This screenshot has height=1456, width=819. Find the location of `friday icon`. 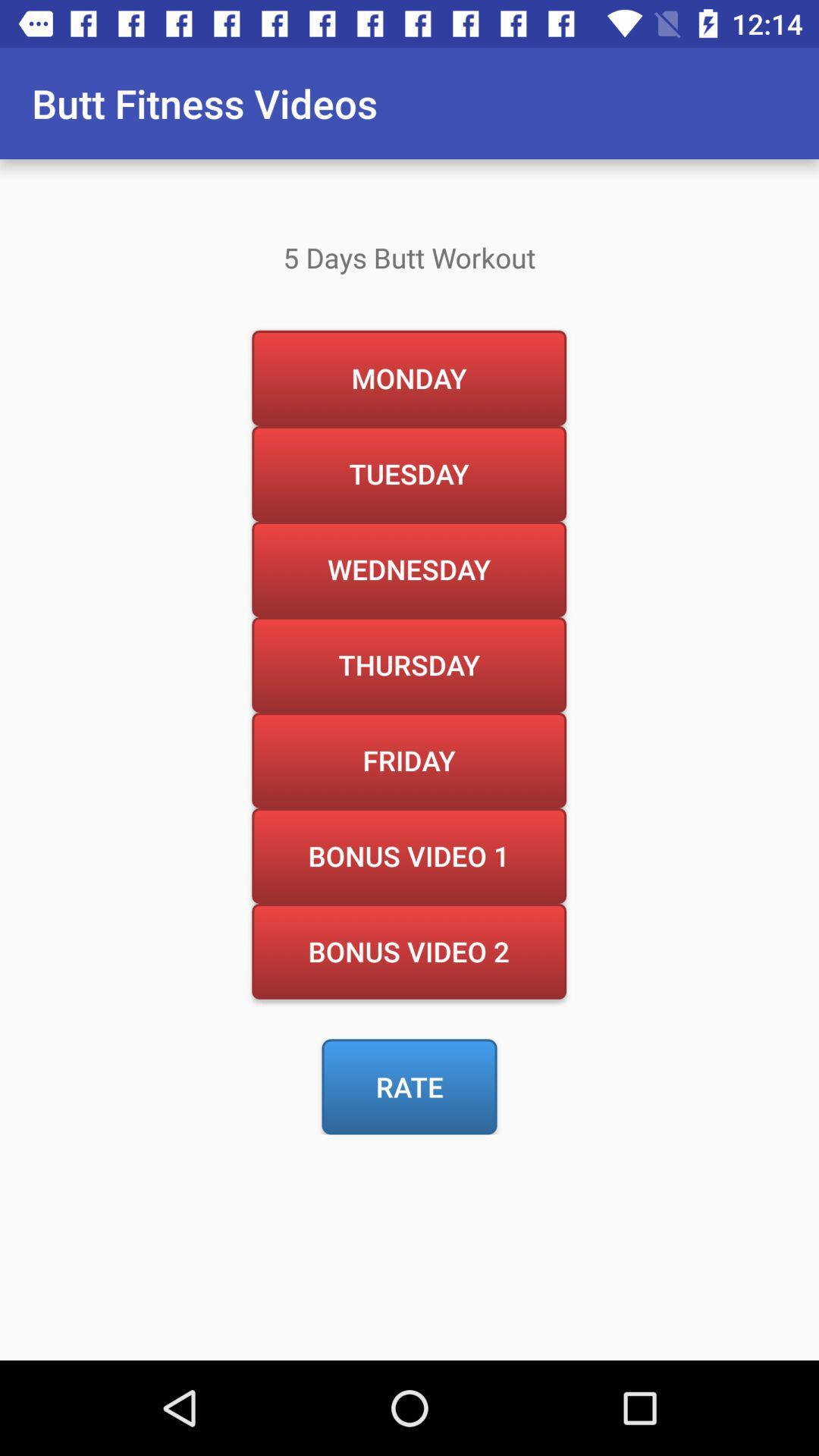

friday icon is located at coordinates (408, 760).